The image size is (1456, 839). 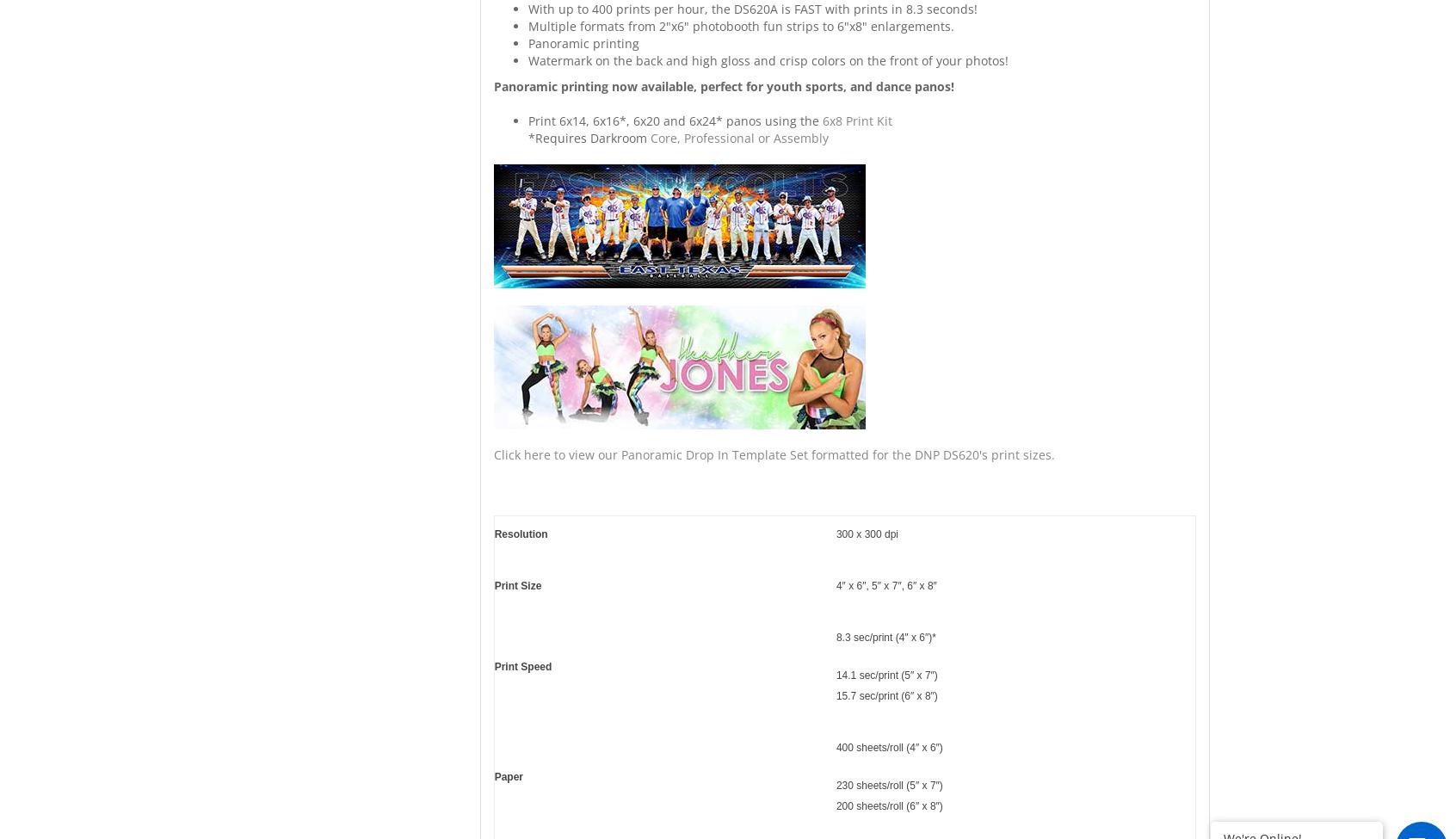 What do you see at coordinates (750, 9) in the screenshot?
I see `'With up to 400 prints per hour, the DS620A is FAST with prints in 8.3 seconds!'` at bounding box center [750, 9].